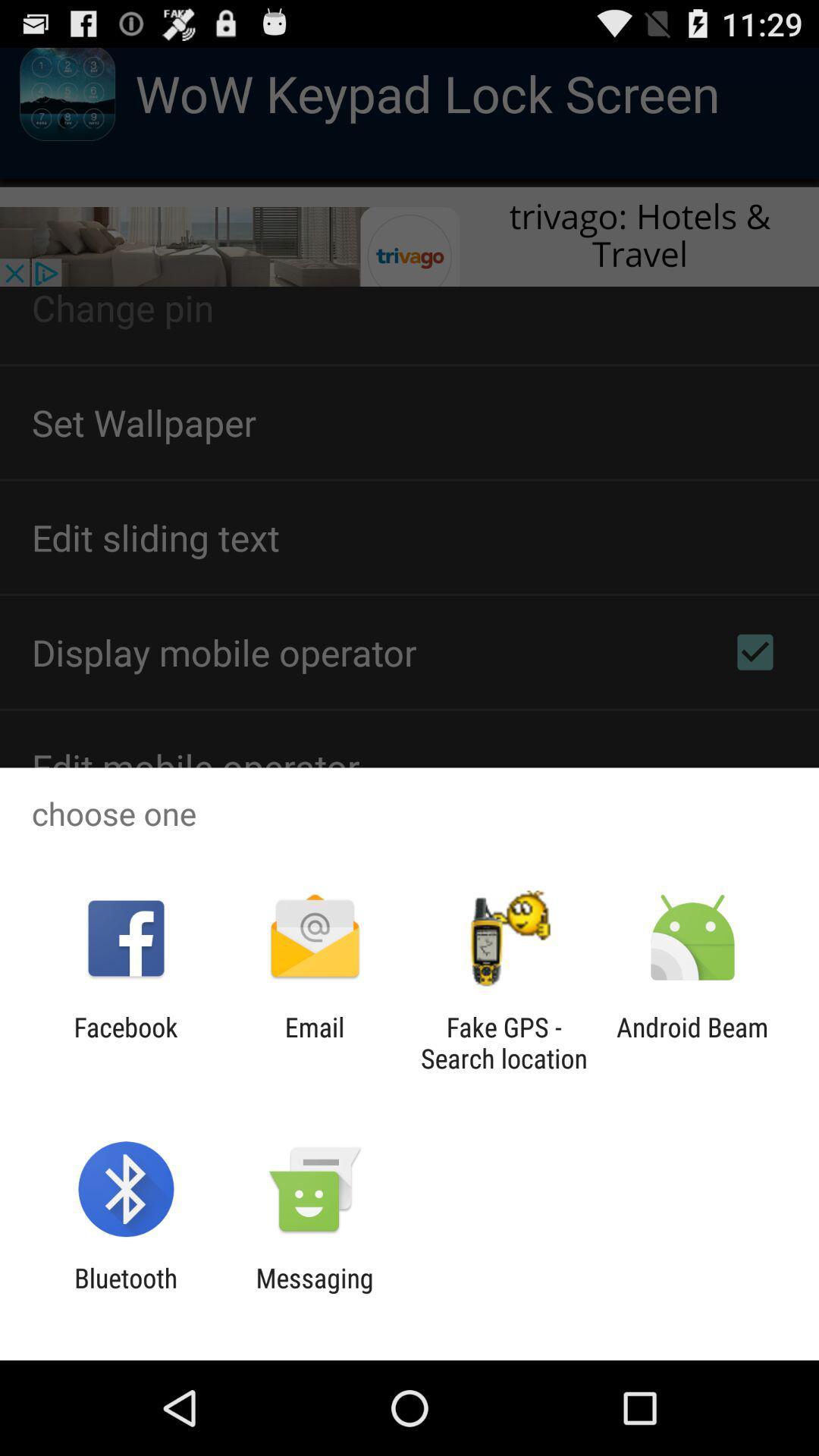  What do you see at coordinates (125, 1293) in the screenshot?
I see `the app to the left of messaging item` at bounding box center [125, 1293].